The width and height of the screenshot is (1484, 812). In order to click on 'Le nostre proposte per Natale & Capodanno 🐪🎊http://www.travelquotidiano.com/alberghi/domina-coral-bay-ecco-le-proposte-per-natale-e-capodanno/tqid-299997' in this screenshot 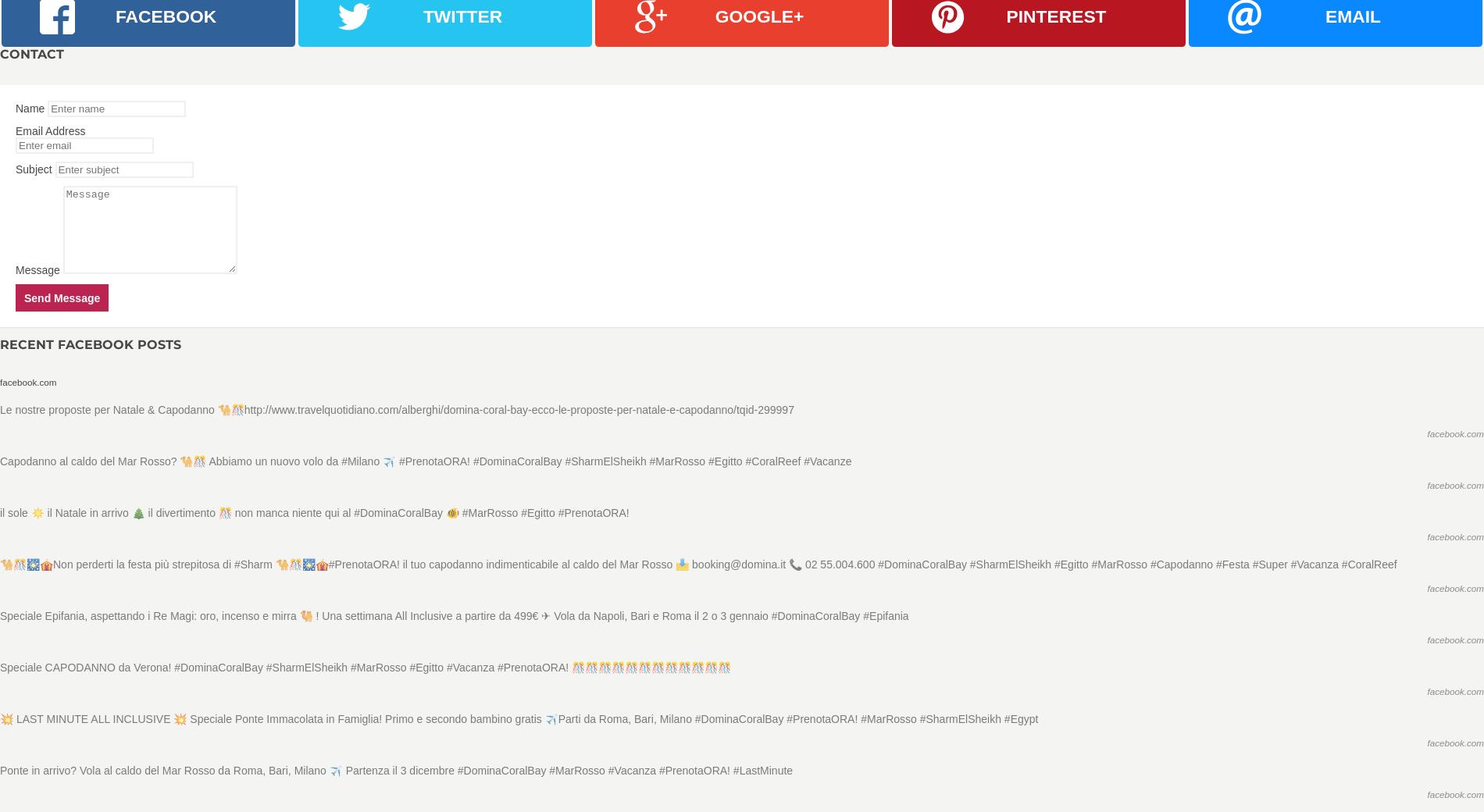, I will do `click(0, 408)`.